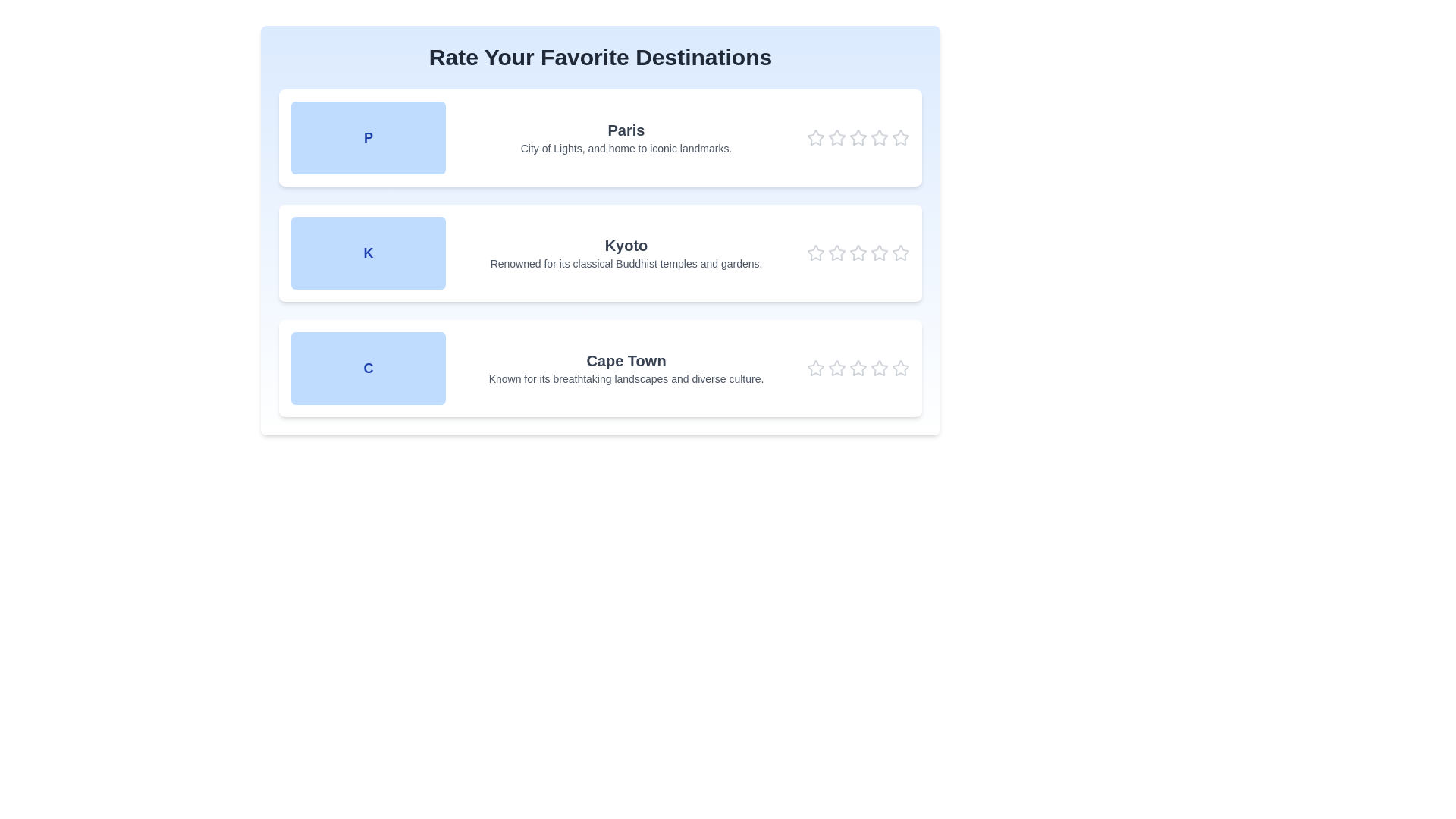 The height and width of the screenshot is (819, 1456). I want to click on the second card in the destination list for 'Kyoto', so click(600, 231).